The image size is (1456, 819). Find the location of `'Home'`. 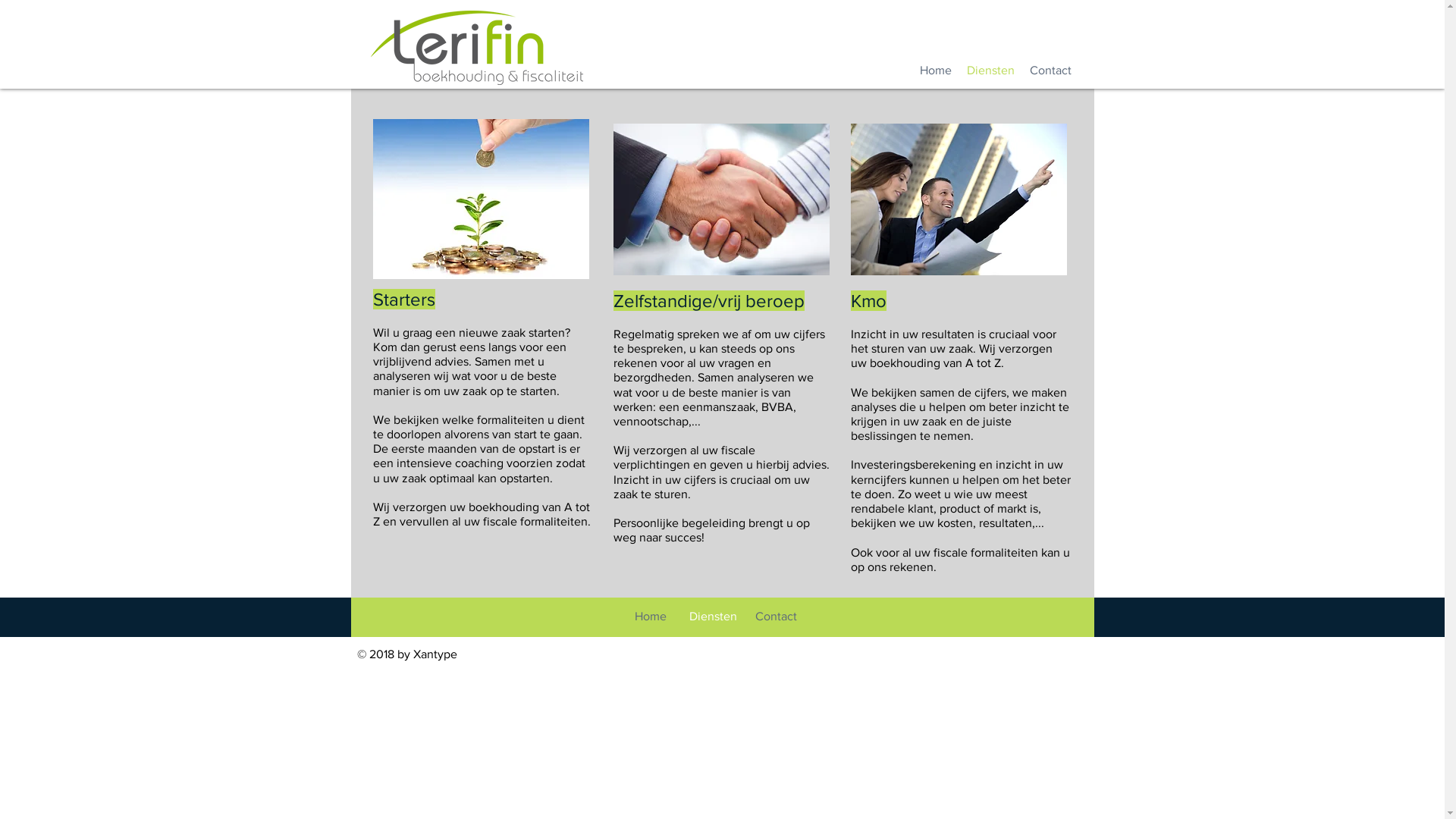

'Home' is located at coordinates (619, 617).